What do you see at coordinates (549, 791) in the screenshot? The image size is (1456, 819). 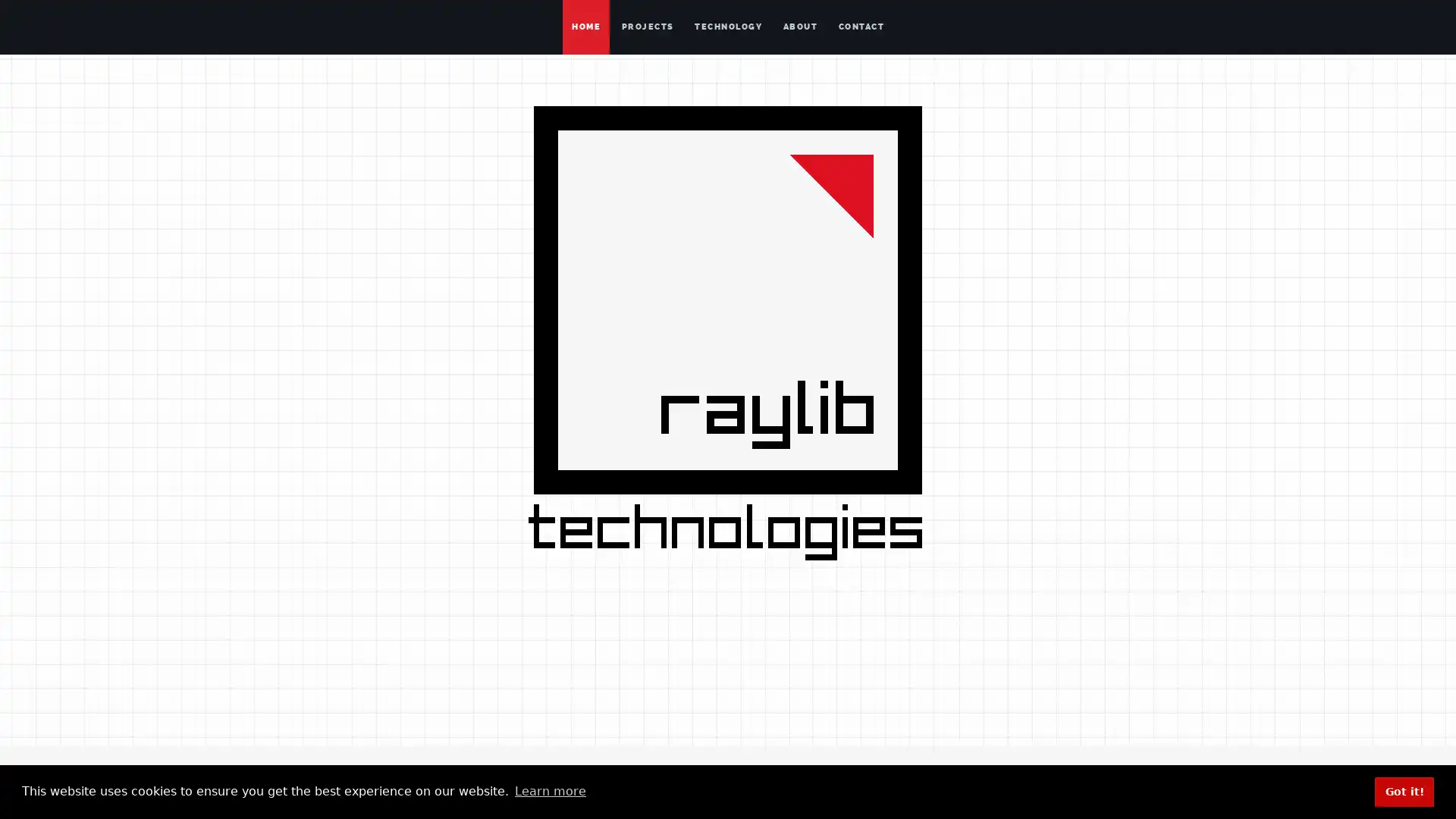 I see `learn more about cookies` at bounding box center [549, 791].